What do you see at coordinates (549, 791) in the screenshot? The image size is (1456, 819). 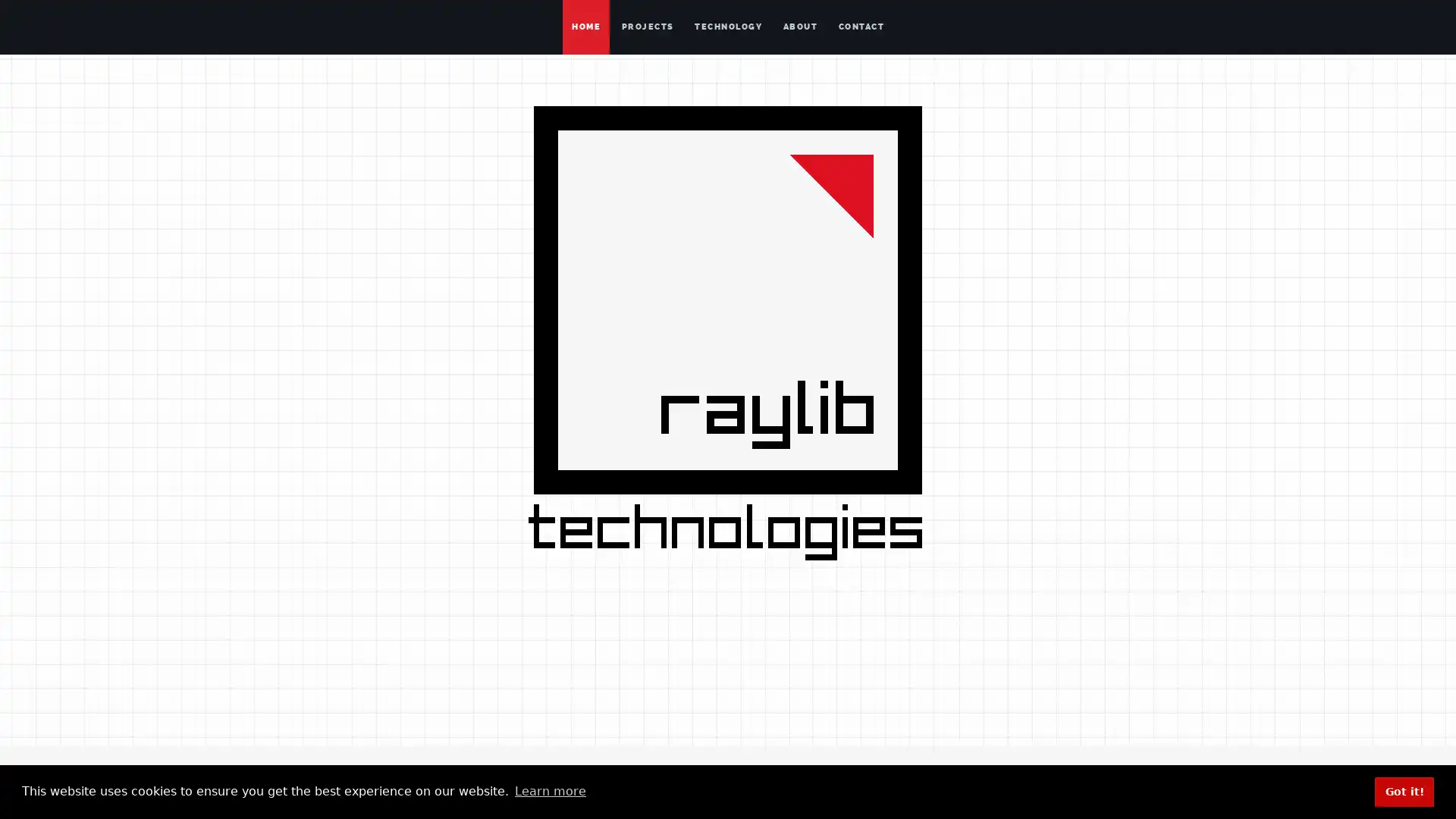 I see `learn more about cookies` at bounding box center [549, 791].